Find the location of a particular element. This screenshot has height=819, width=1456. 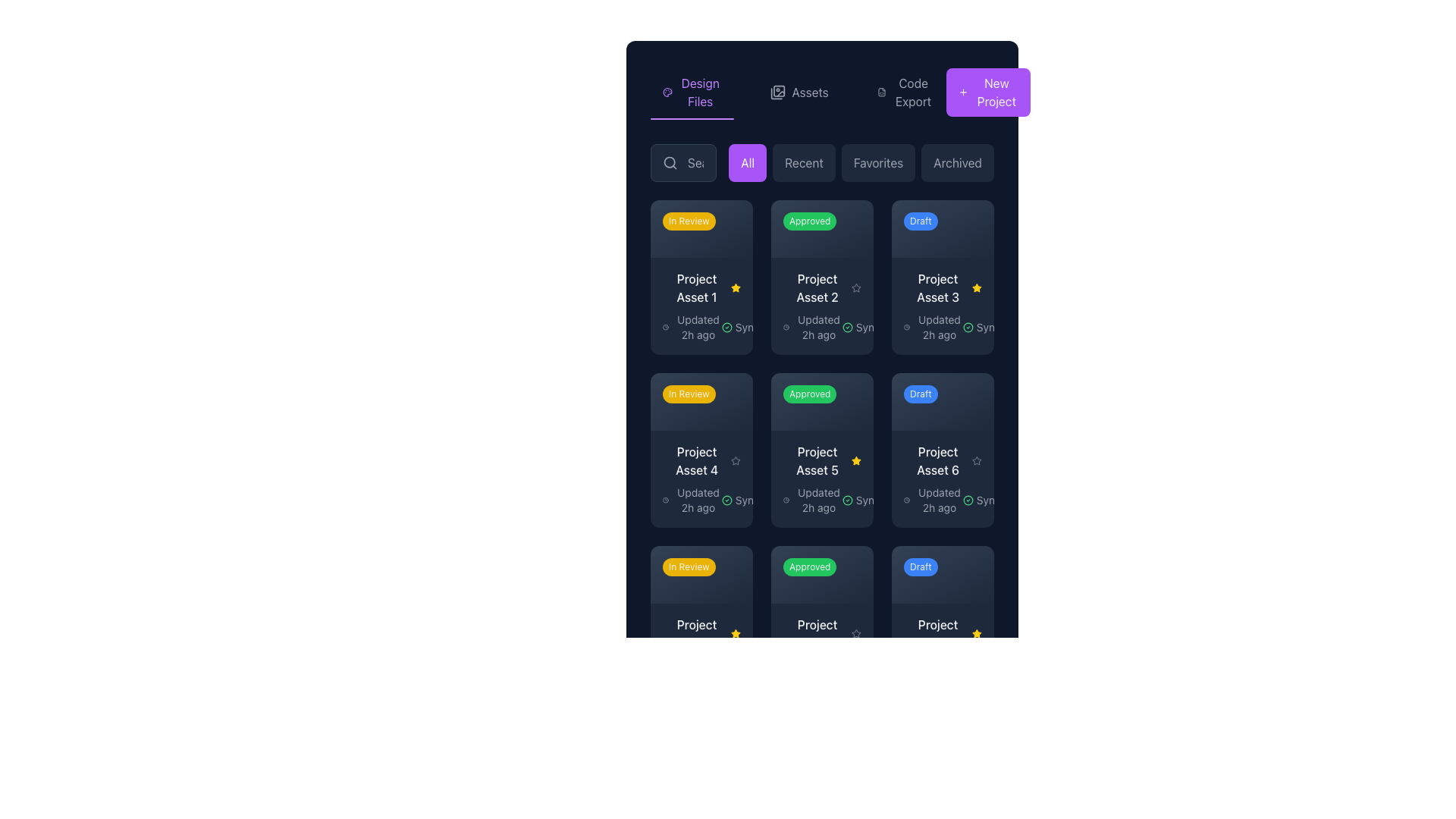

the star-shaped icon indicating importance or favorite status, located to the top-right of the text 'Project Asset 8' within its card is located at coordinates (856, 633).